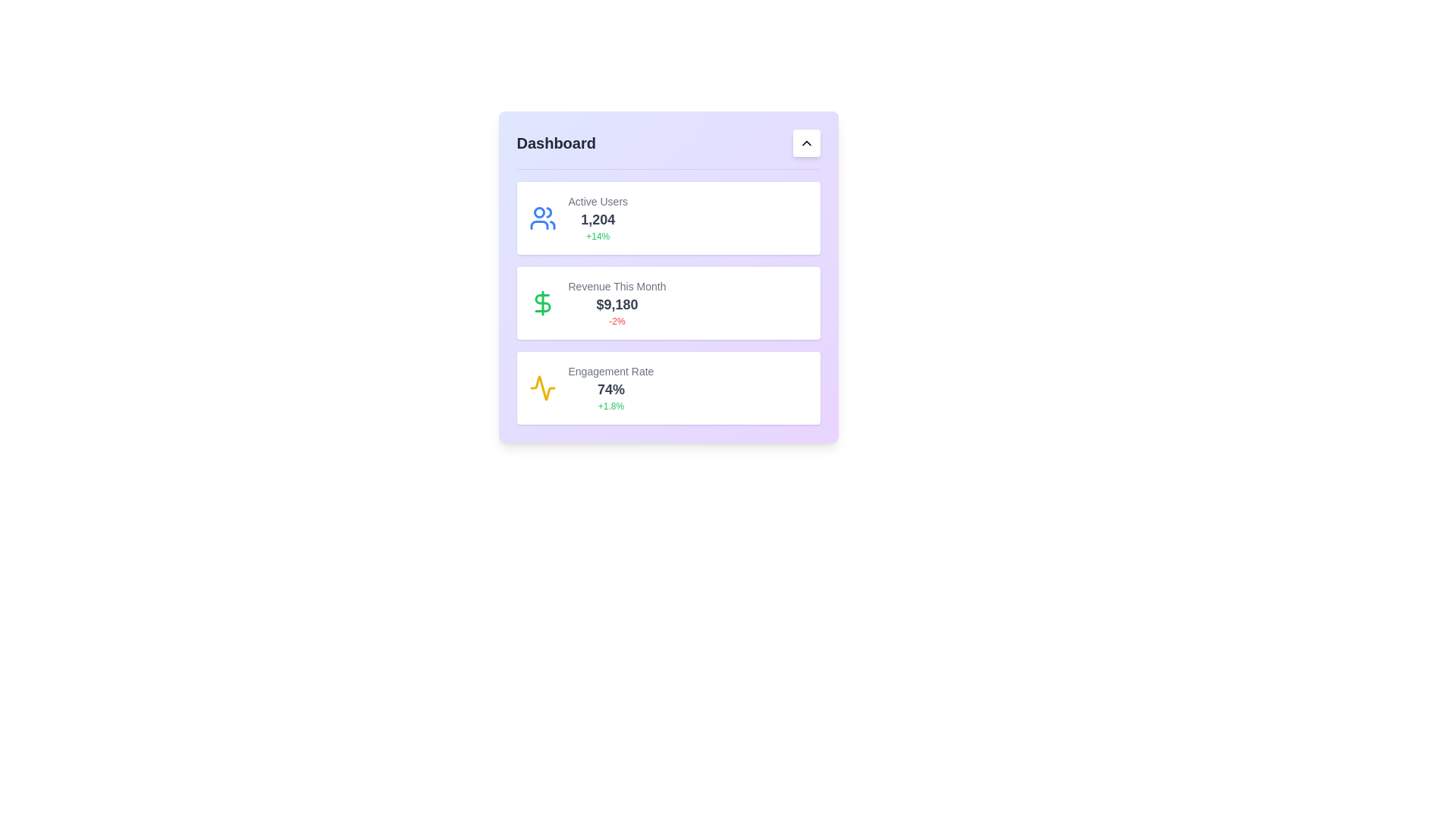 The width and height of the screenshot is (1456, 819). Describe the element at coordinates (611, 371) in the screenshot. I see `the static text label displaying 'Engagement Rate' in small, gray-colored font, which is positioned at the top of the third card in a vertical set of cards` at that location.